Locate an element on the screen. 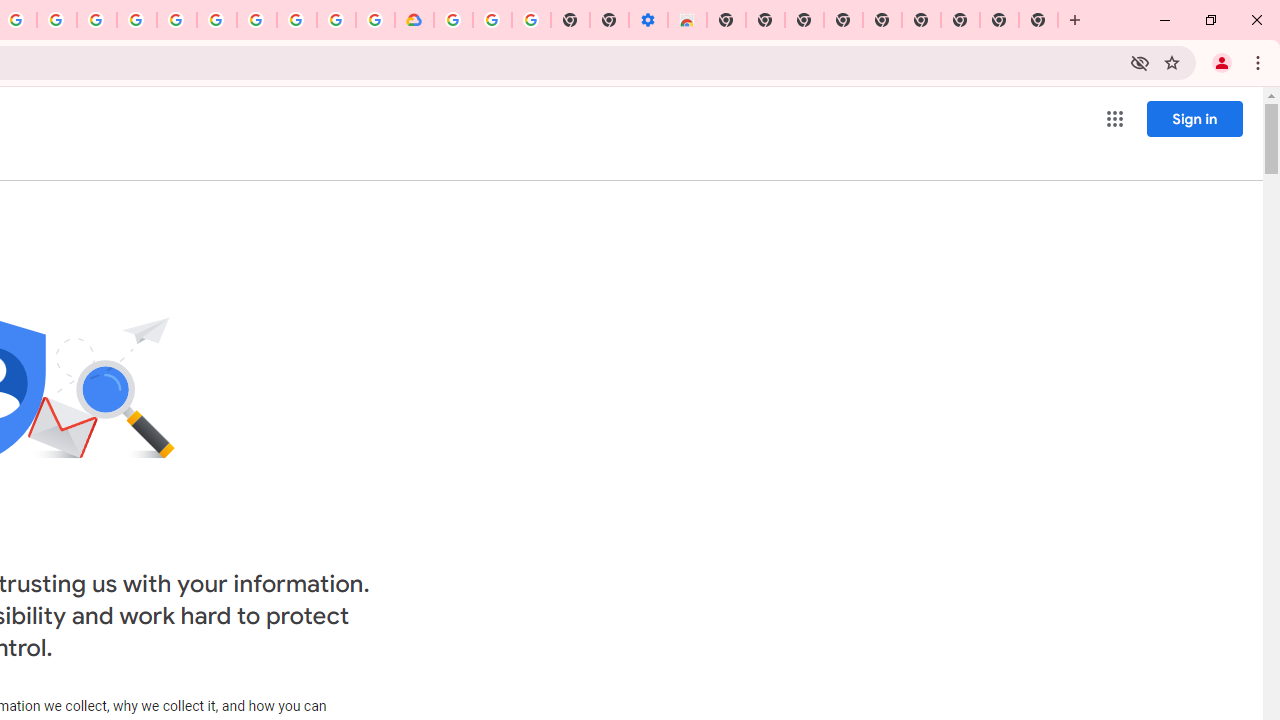 The width and height of the screenshot is (1280, 720). 'Minimize' is located at coordinates (1165, 20).